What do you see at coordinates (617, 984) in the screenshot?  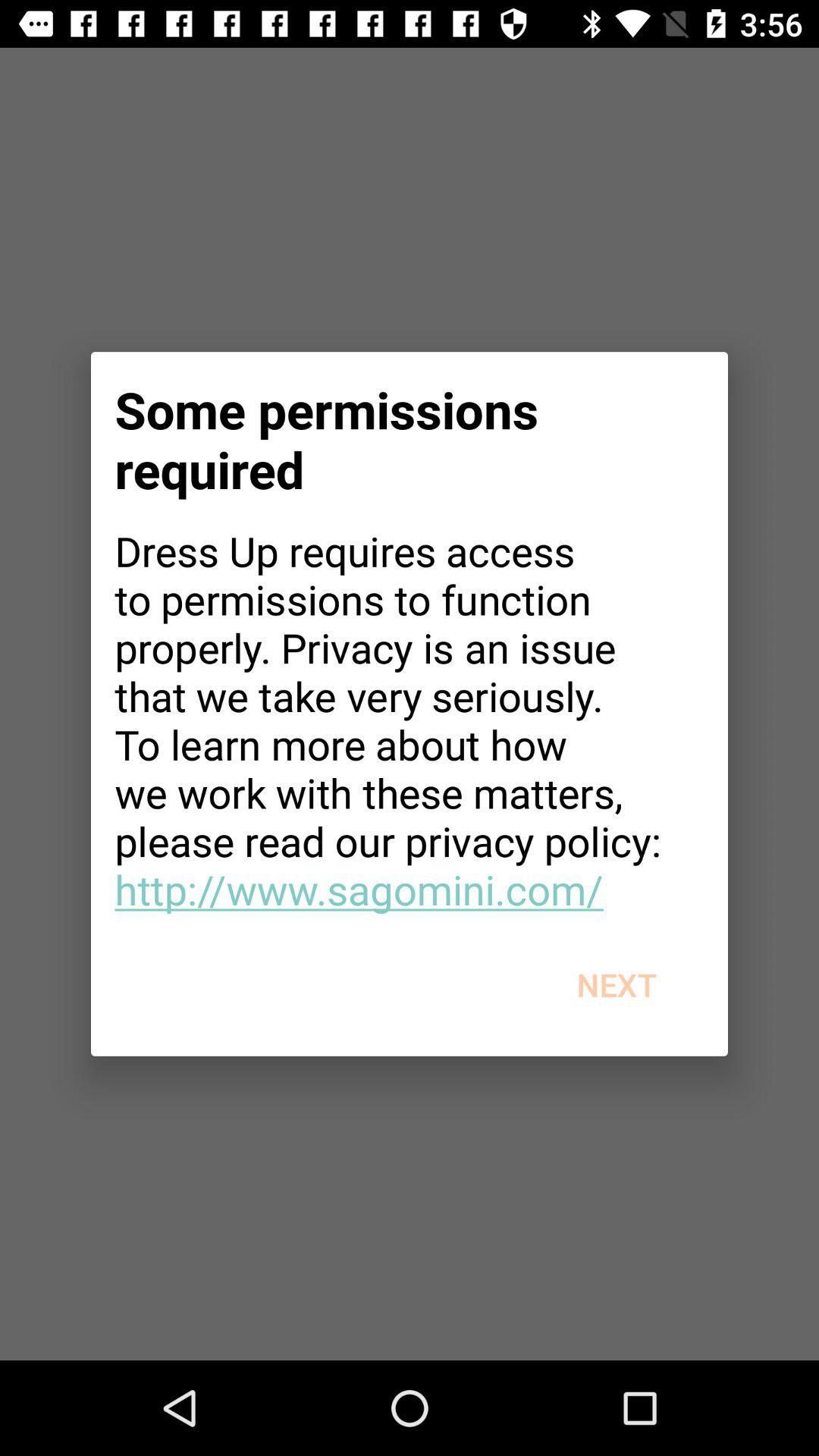 I see `the next at the bottom right corner` at bounding box center [617, 984].